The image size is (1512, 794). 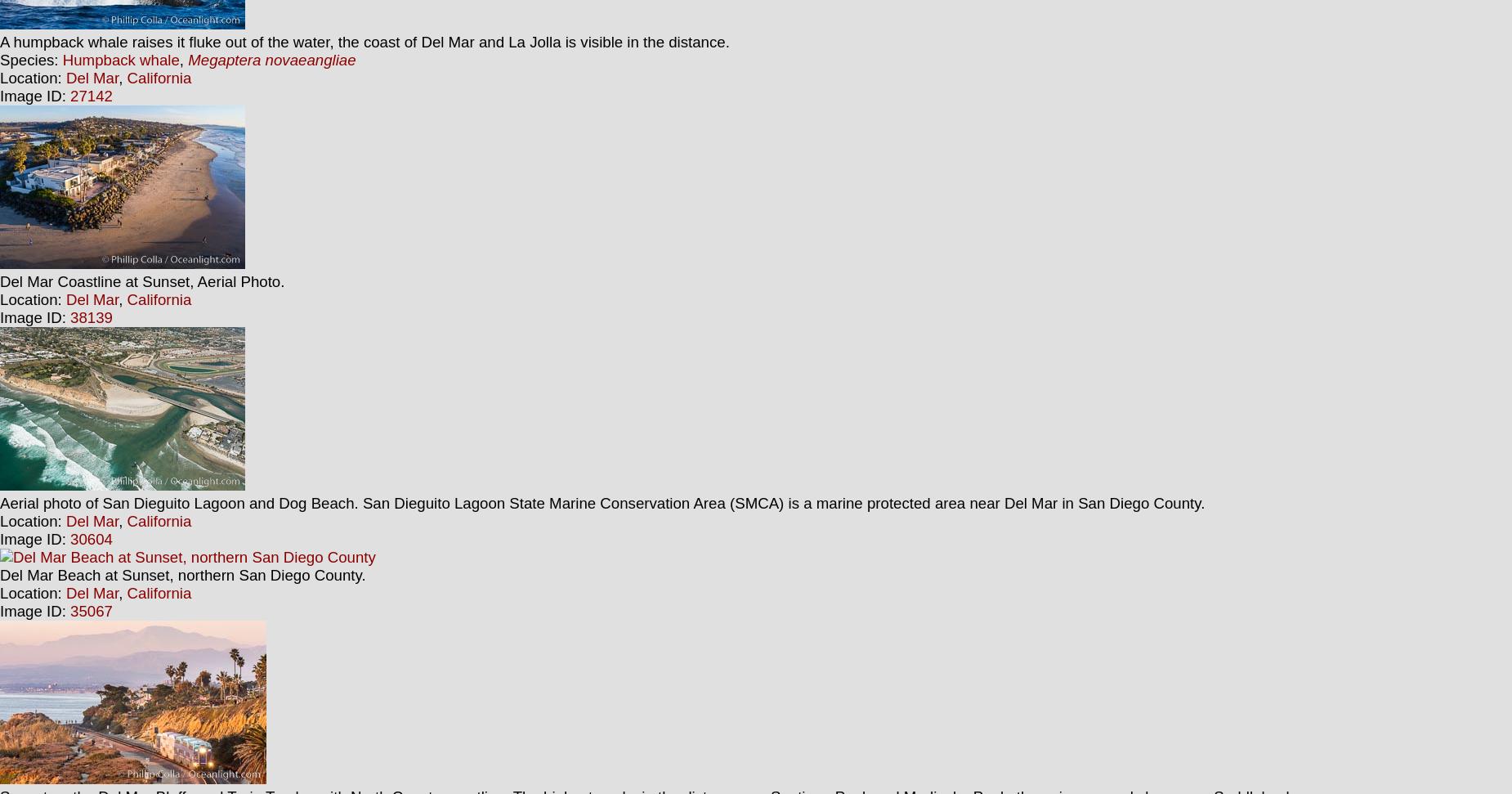 What do you see at coordinates (181, 574) in the screenshot?
I see `'Del Mar Beach at Sunset, northern San Diego County.'` at bounding box center [181, 574].